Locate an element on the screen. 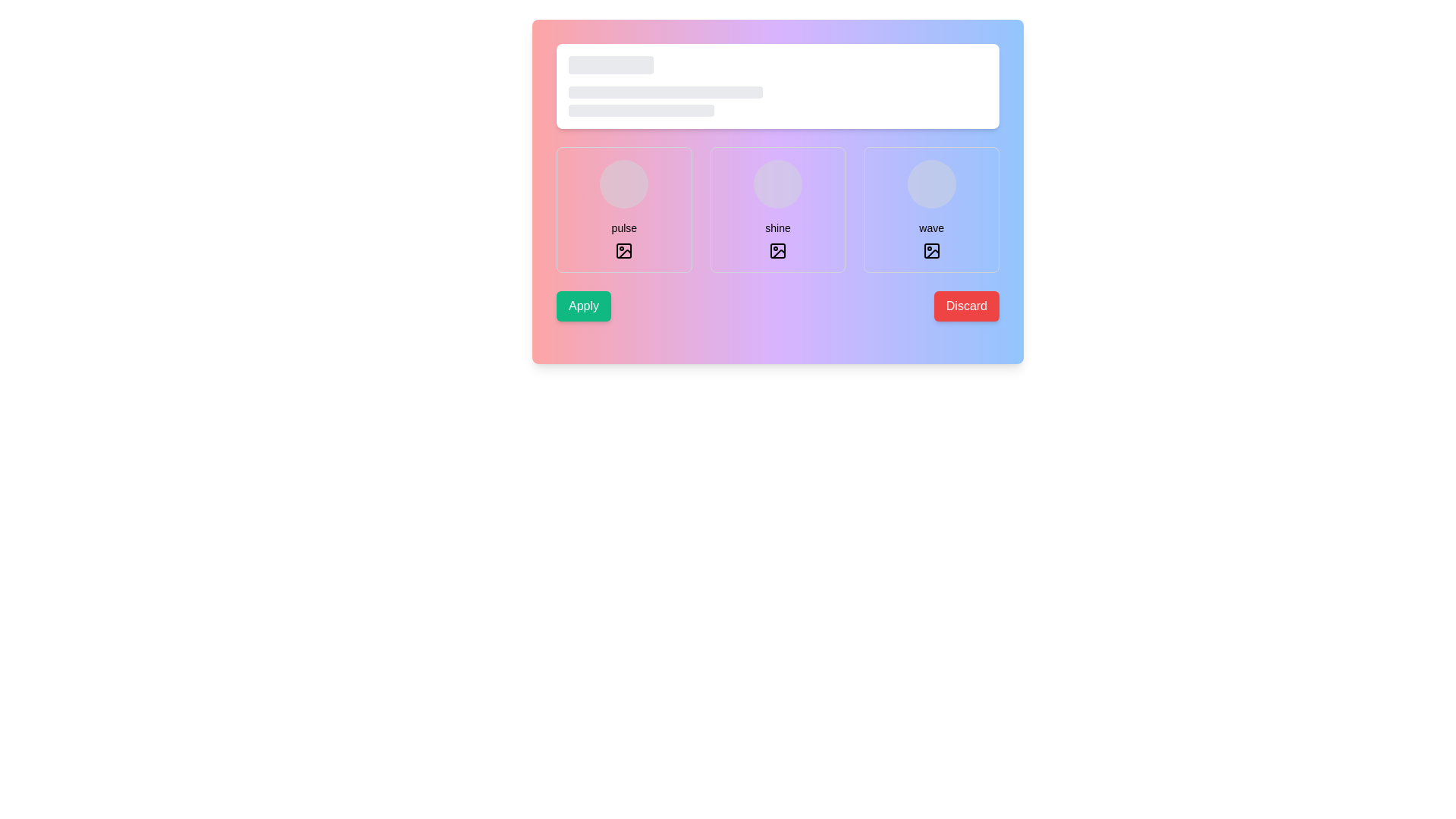 This screenshot has height=819, width=1456. the third placeholder element, which is a light gray rounded rectangle used in skeleton loading designs is located at coordinates (641, 110).